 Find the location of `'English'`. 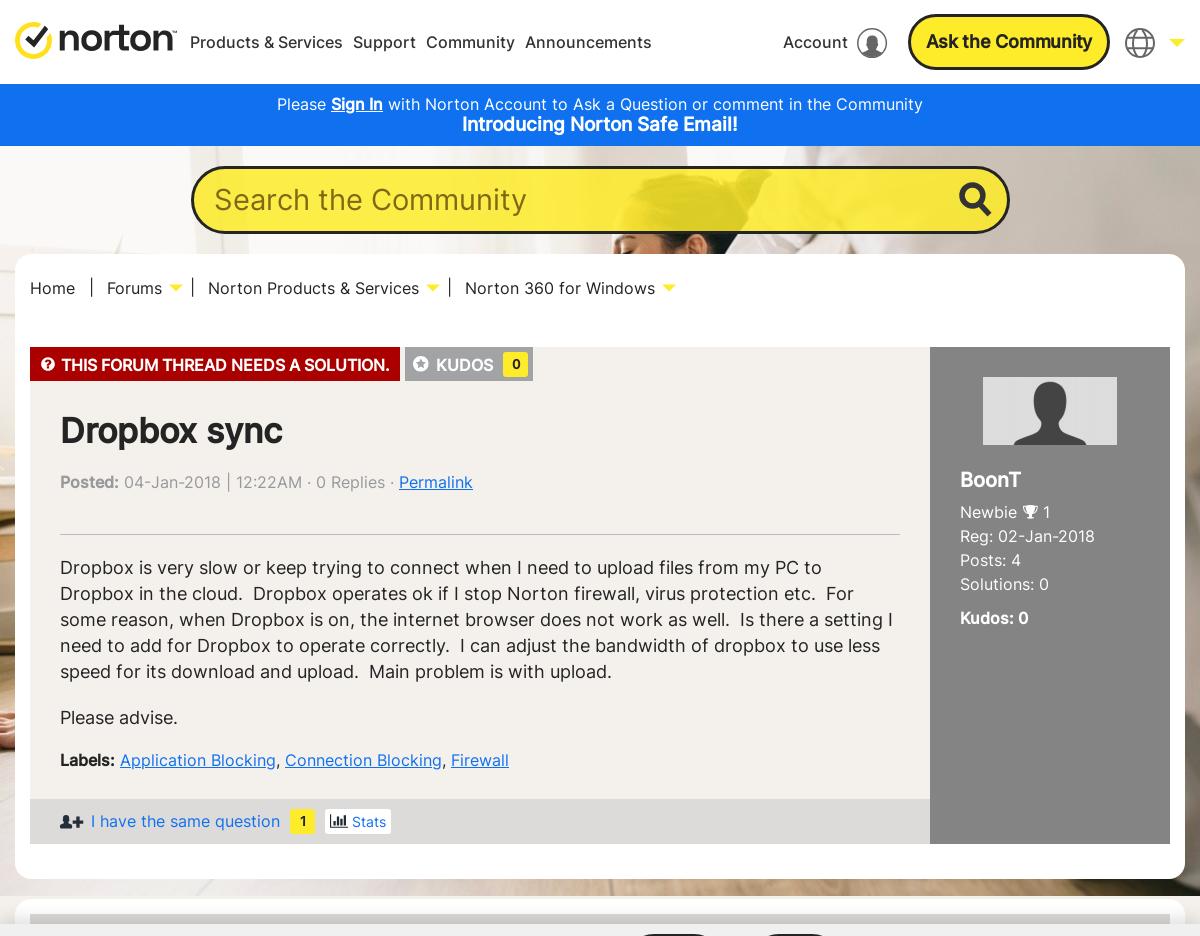

'English' is located at coordinates (1028, 124).